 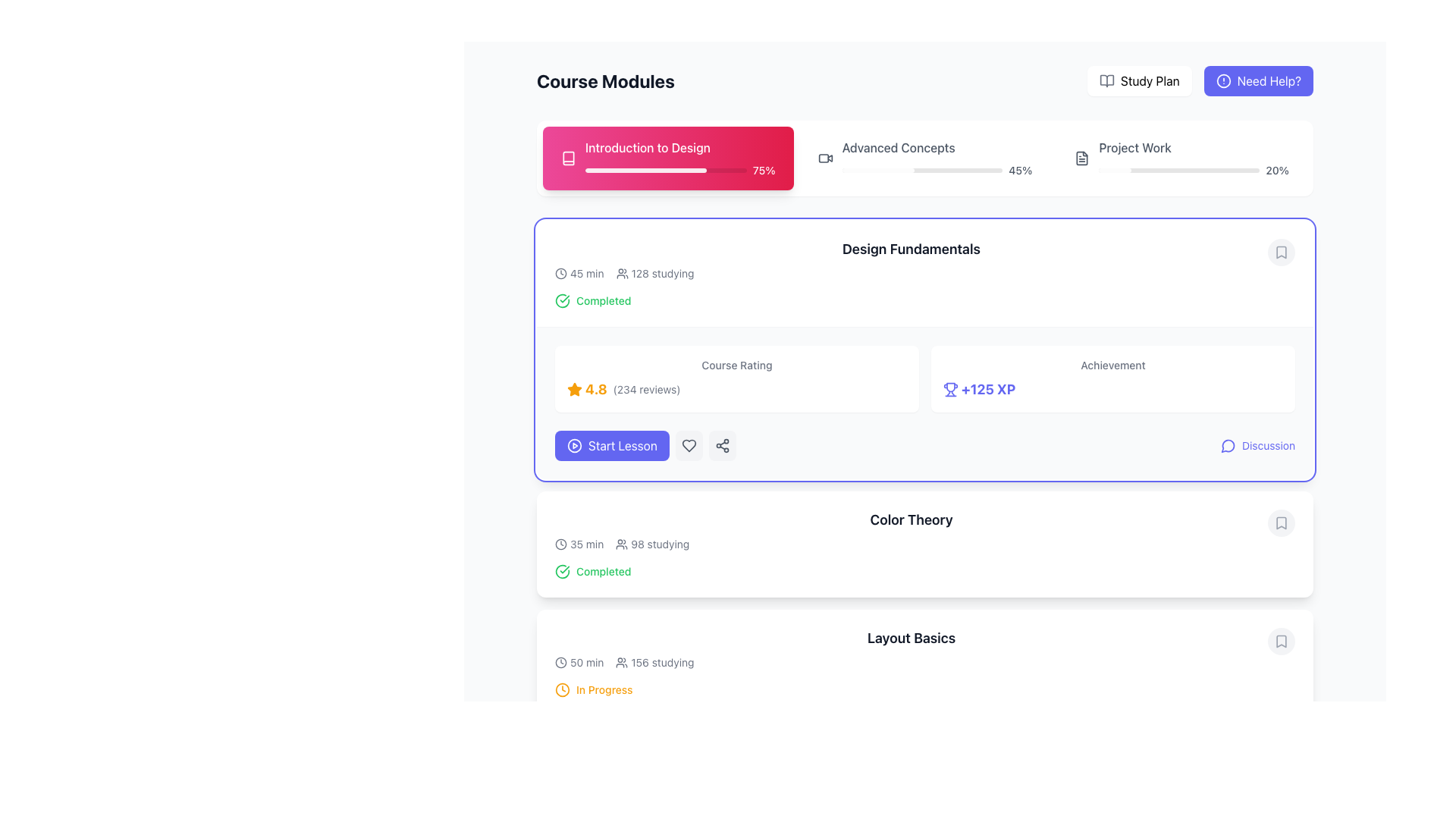 What do you see at coordinates (910, 519) in the screenshot?
I see `the bold, large font text 'Color Theory' displayed in dark gray or black` at bounding box center [910, 519].